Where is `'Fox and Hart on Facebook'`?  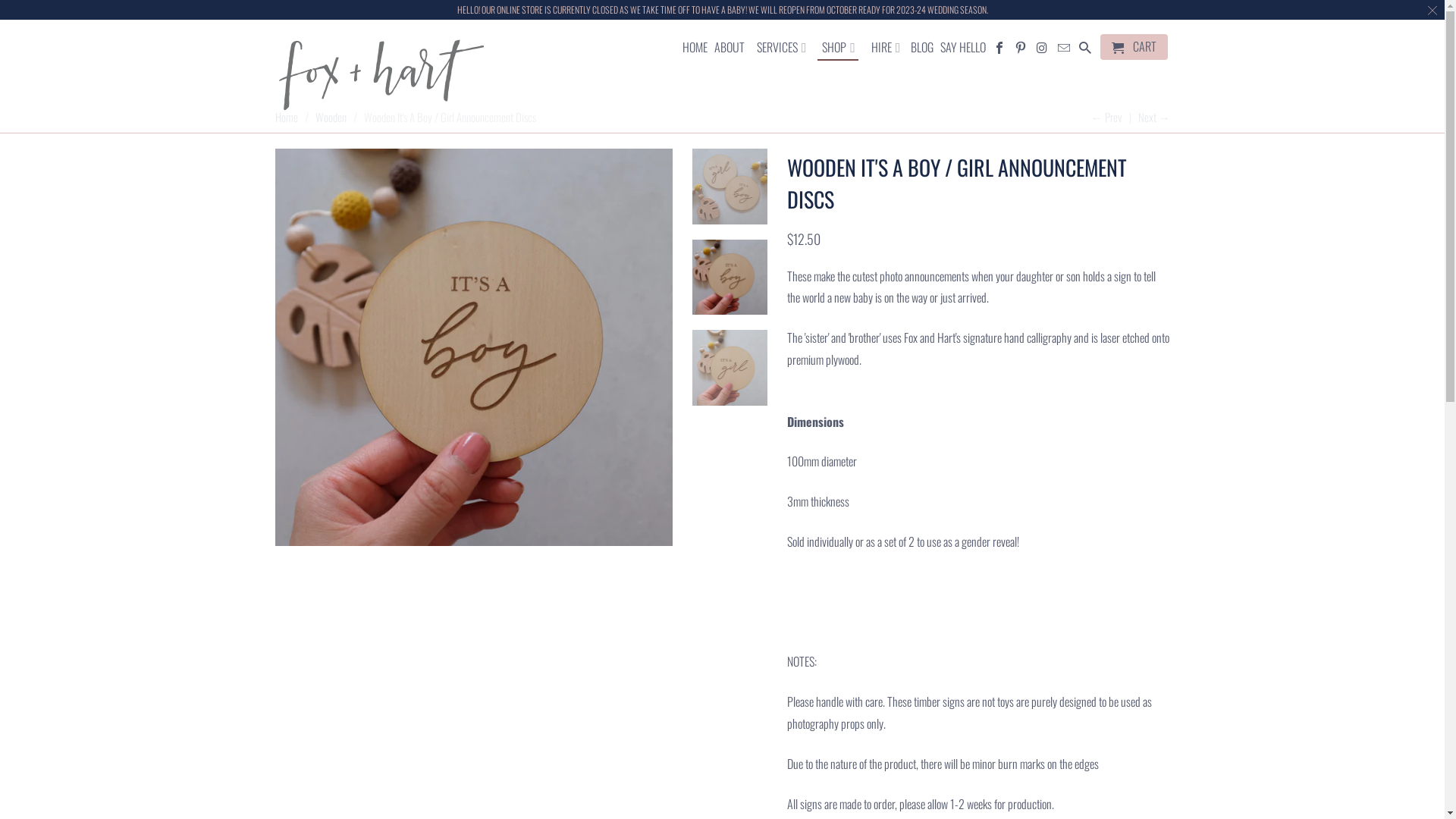 'Fox and Hart on Facebook' is located at coordinates (999, 49).